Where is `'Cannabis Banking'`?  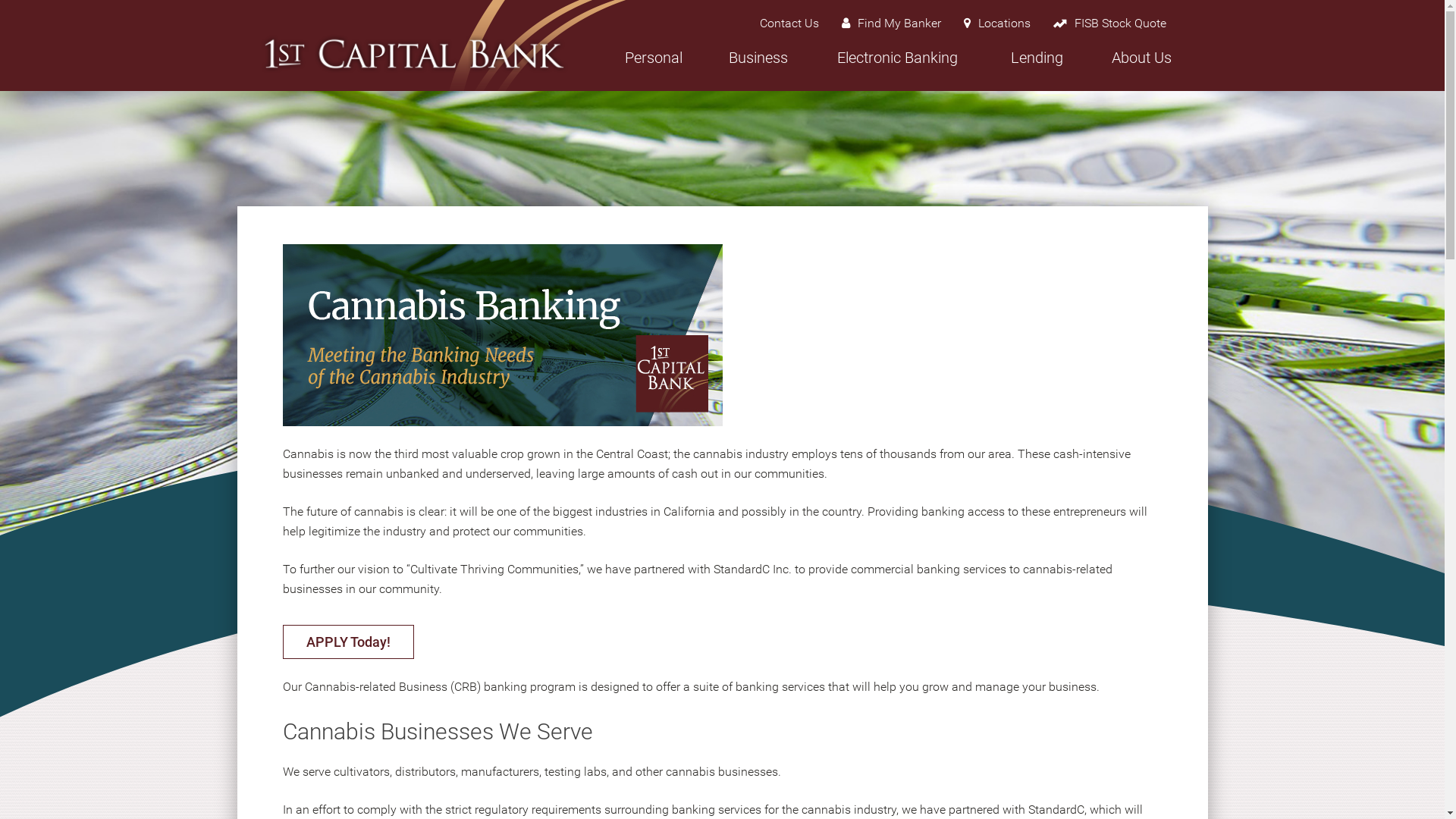
'Cannabis Banking' is located at coordinates (502, 334).